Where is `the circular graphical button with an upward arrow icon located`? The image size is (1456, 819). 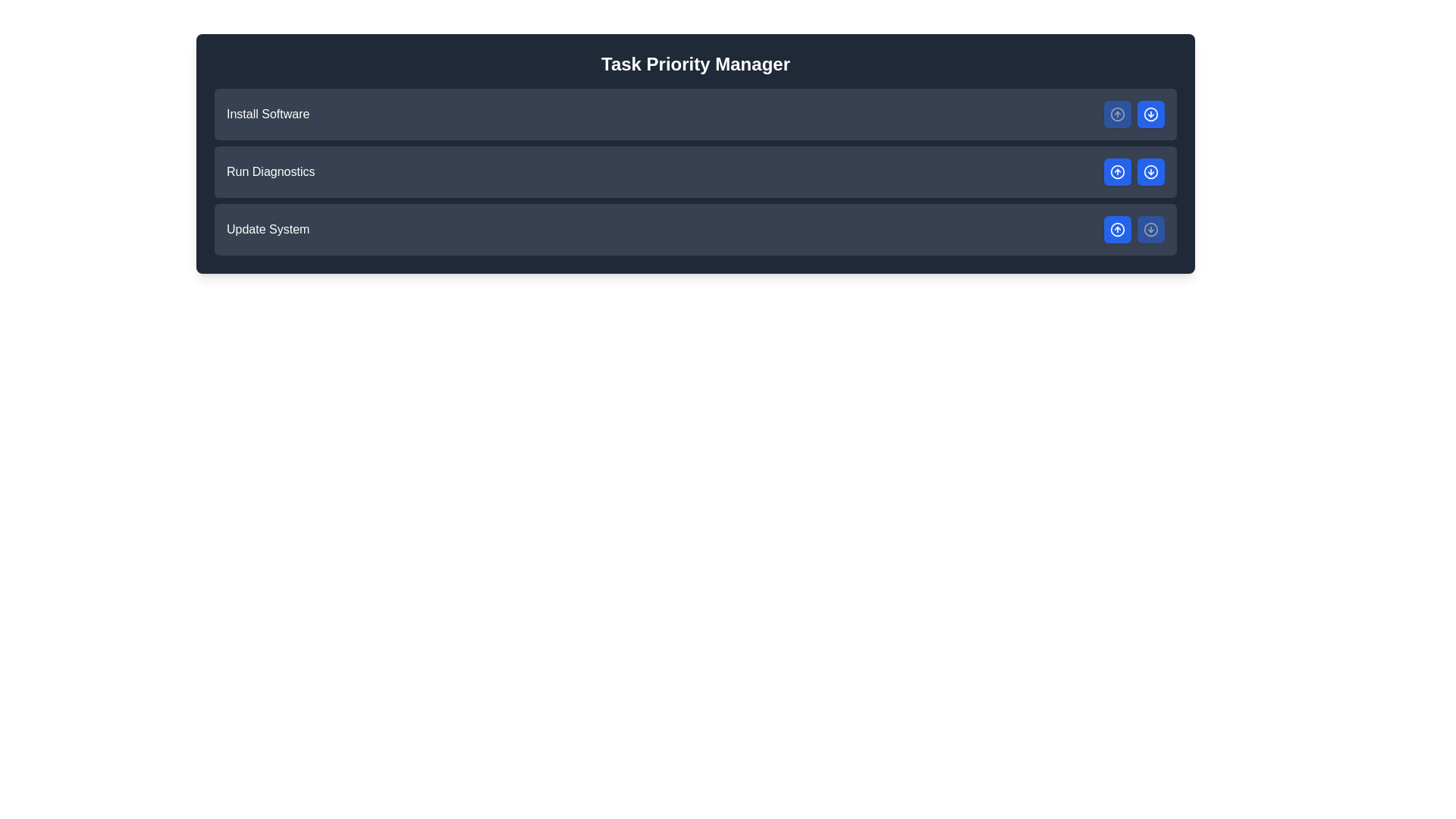
the circular graphical button with an upward arrow icon located is located at coordinates (1117, 230).